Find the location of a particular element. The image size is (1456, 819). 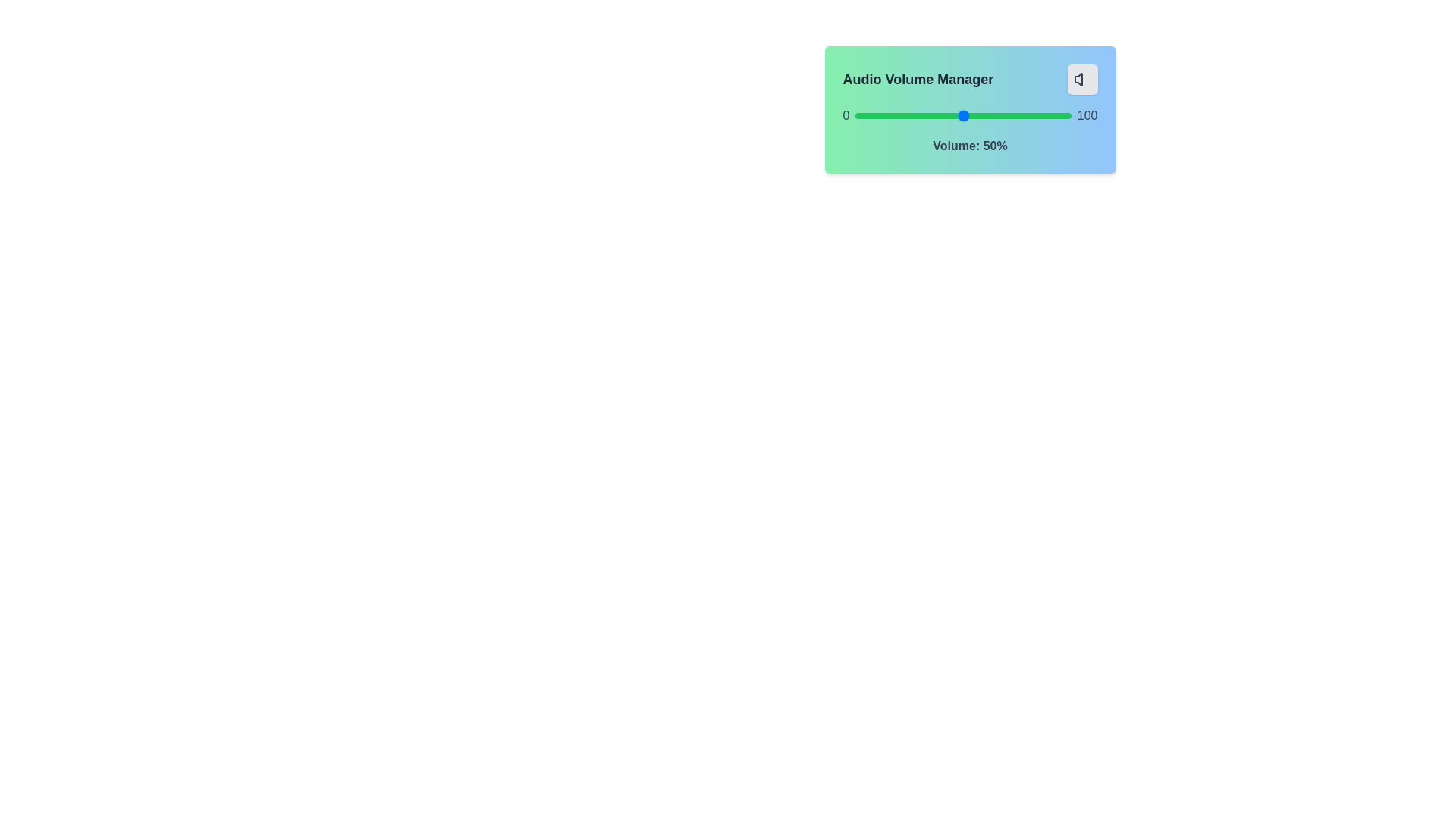

the audio volume is located at coordinates (858, 115).